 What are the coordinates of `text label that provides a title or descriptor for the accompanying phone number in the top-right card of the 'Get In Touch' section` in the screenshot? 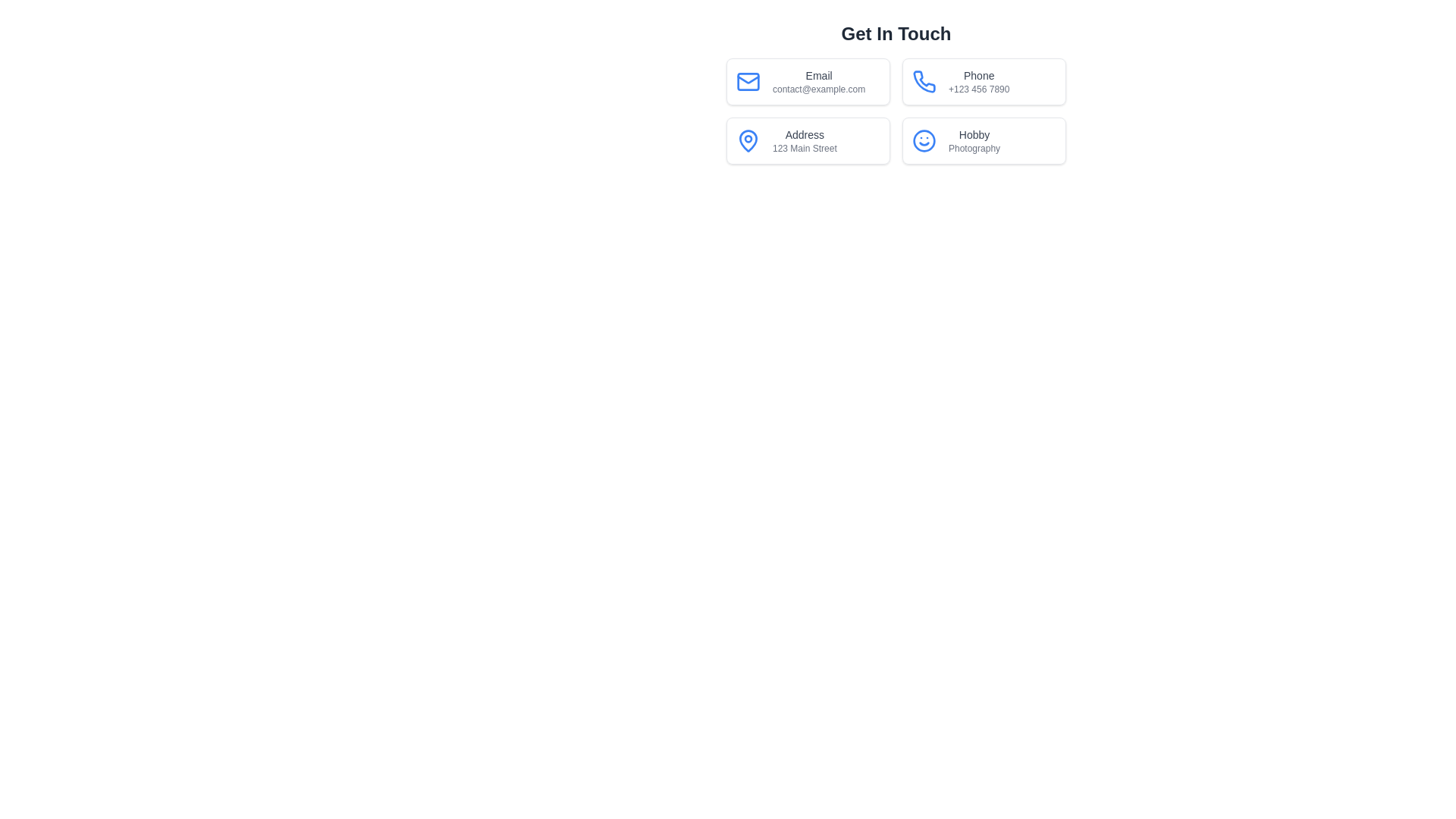 It's located at (979, 76).